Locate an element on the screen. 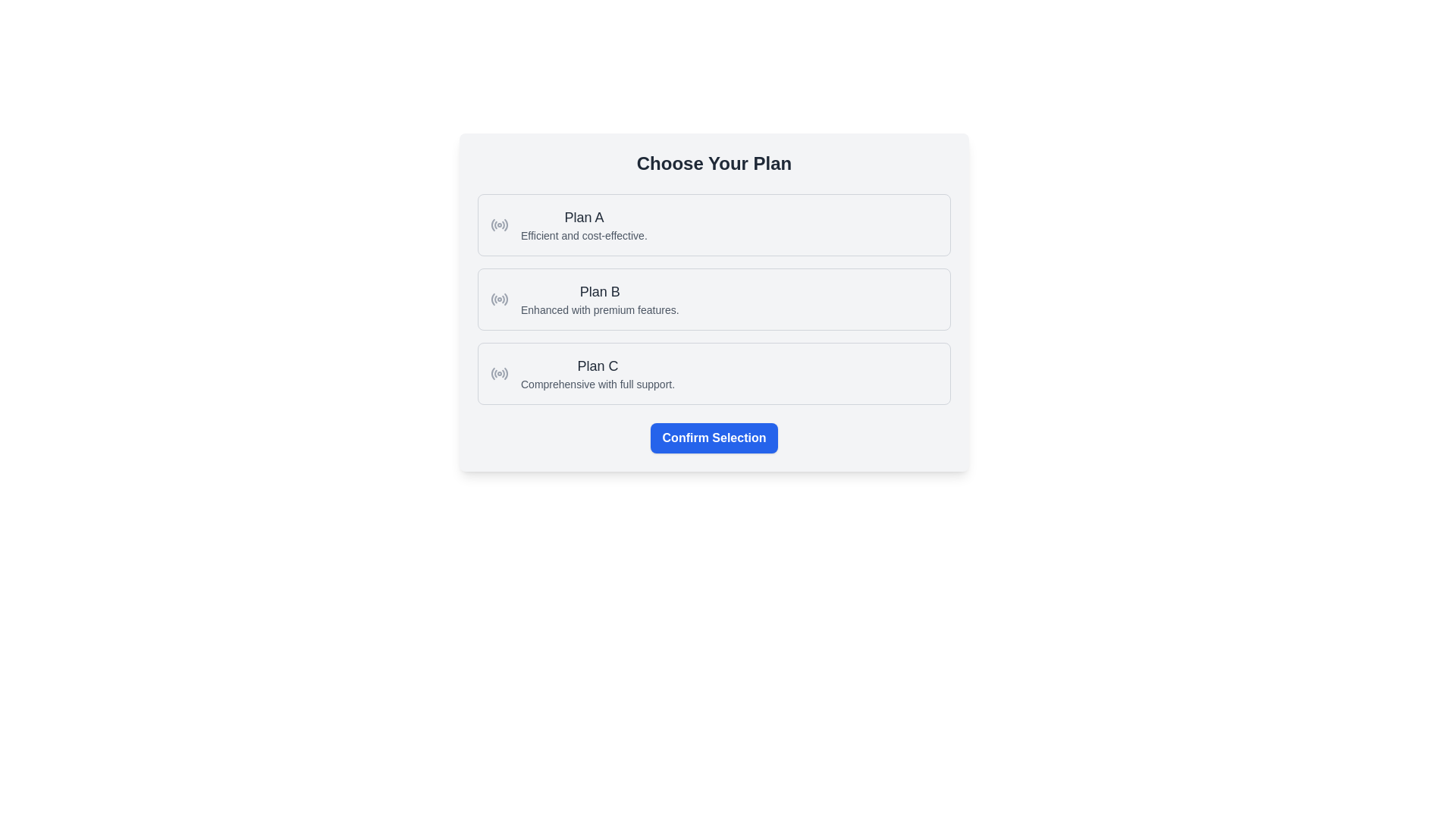 Image resolution: width=1456 pixels, height=819 pixels. text block titled 'Plan A' which is centrally positioned at the top of the plans list, containing the description 'Efficient and cost-effective.' is located at coordinates (583, 225).